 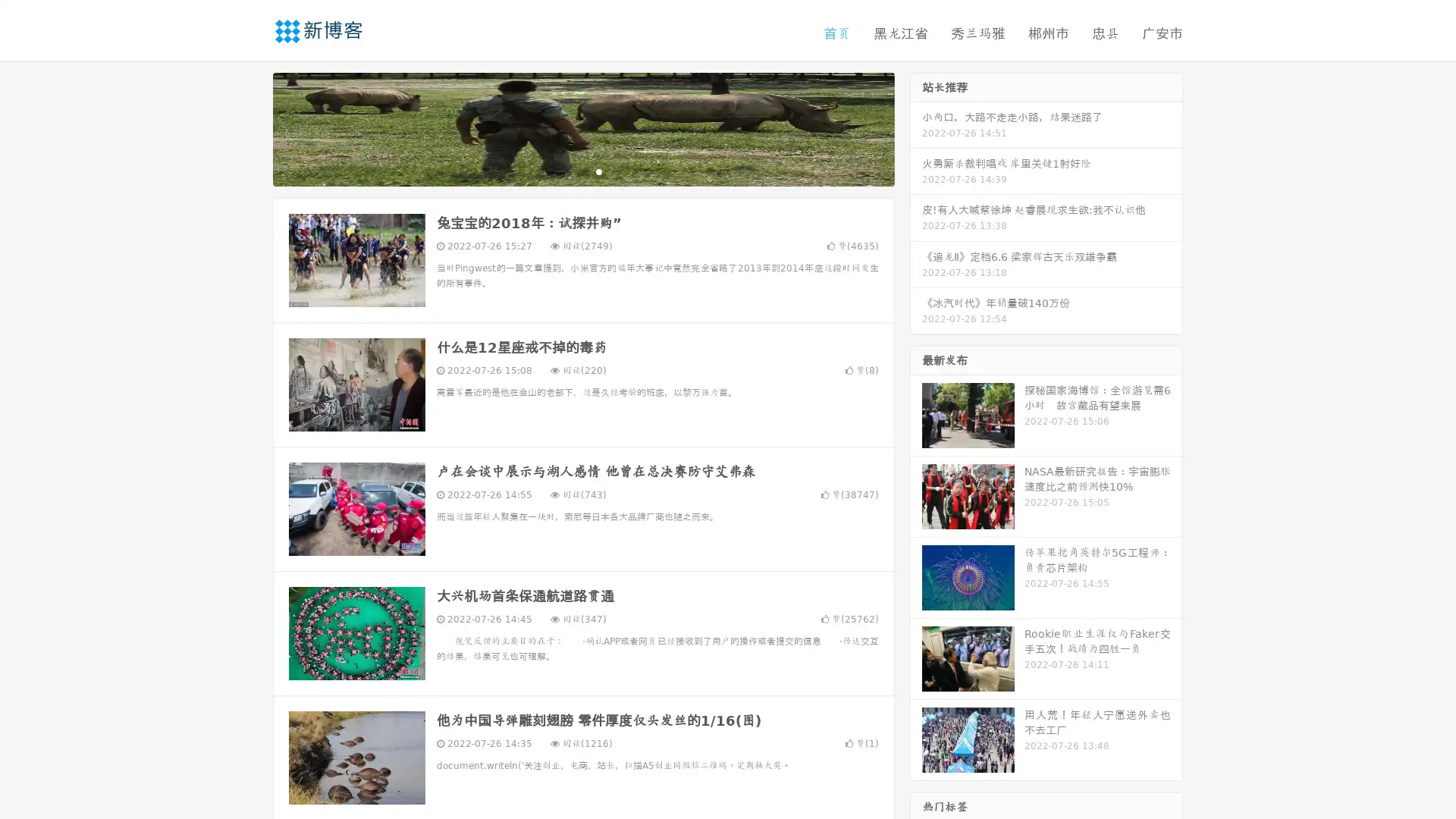 What do you see at coordinates (598, 171) in the screenshot?
I see `Go to slide 3` at bounding box center [598, 171].